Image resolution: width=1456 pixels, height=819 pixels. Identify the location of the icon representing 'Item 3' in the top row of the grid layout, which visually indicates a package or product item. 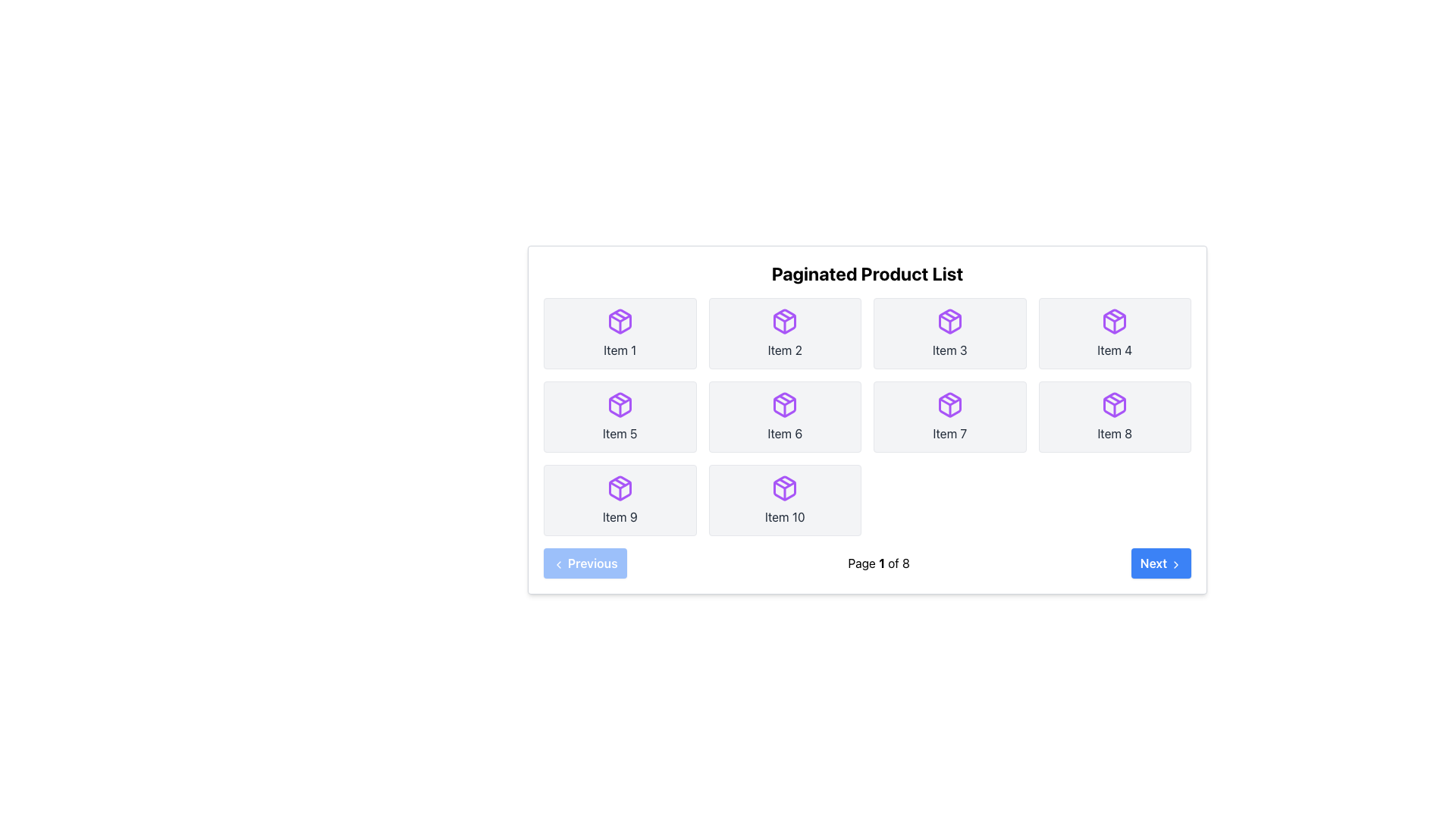
(949, 321).